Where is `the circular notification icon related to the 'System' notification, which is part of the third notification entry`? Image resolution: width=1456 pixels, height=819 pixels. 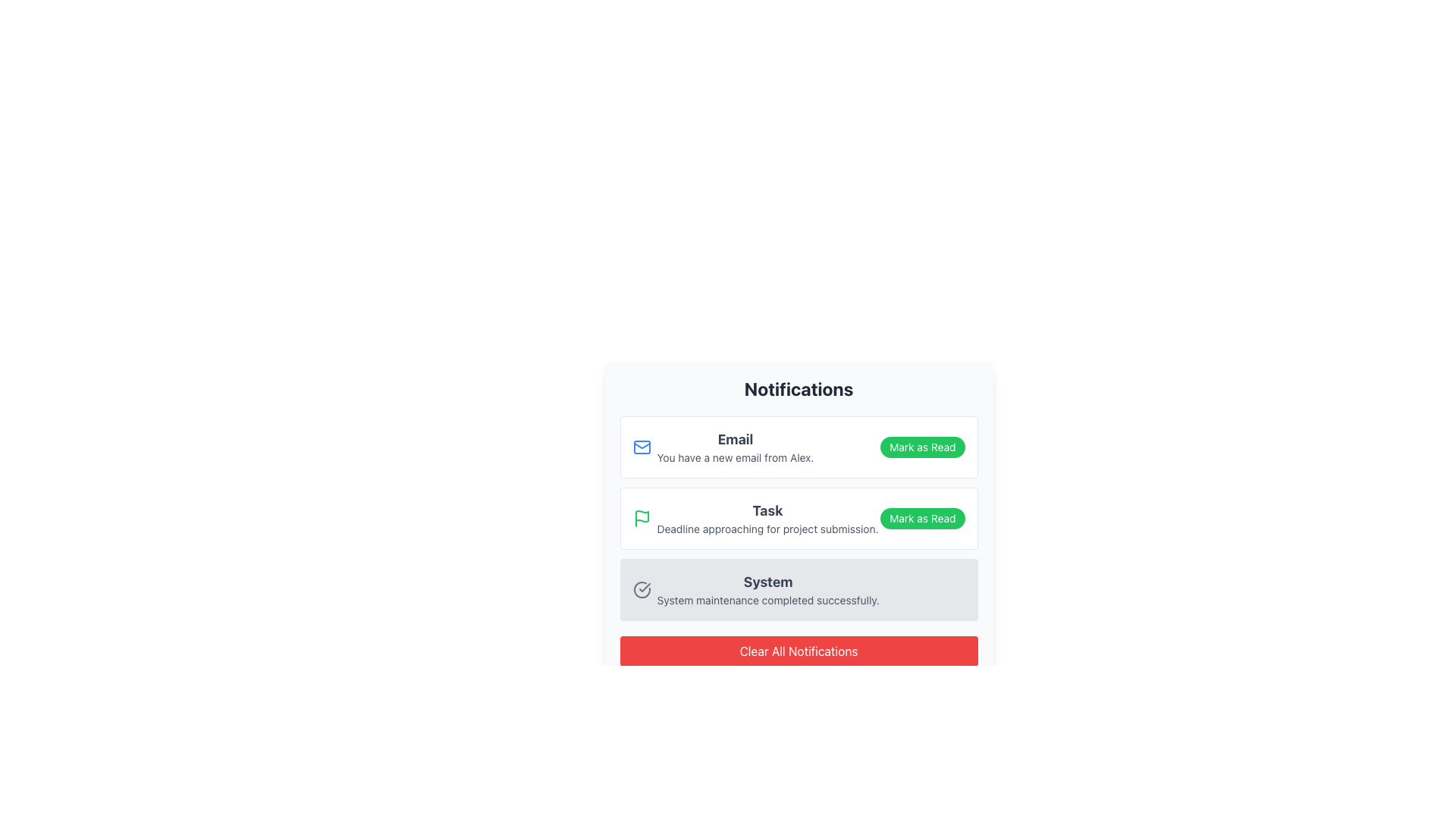 the circular notification icon related to the 'System' notification, which is part of the third notification entry is located at coordinates (642, 589).